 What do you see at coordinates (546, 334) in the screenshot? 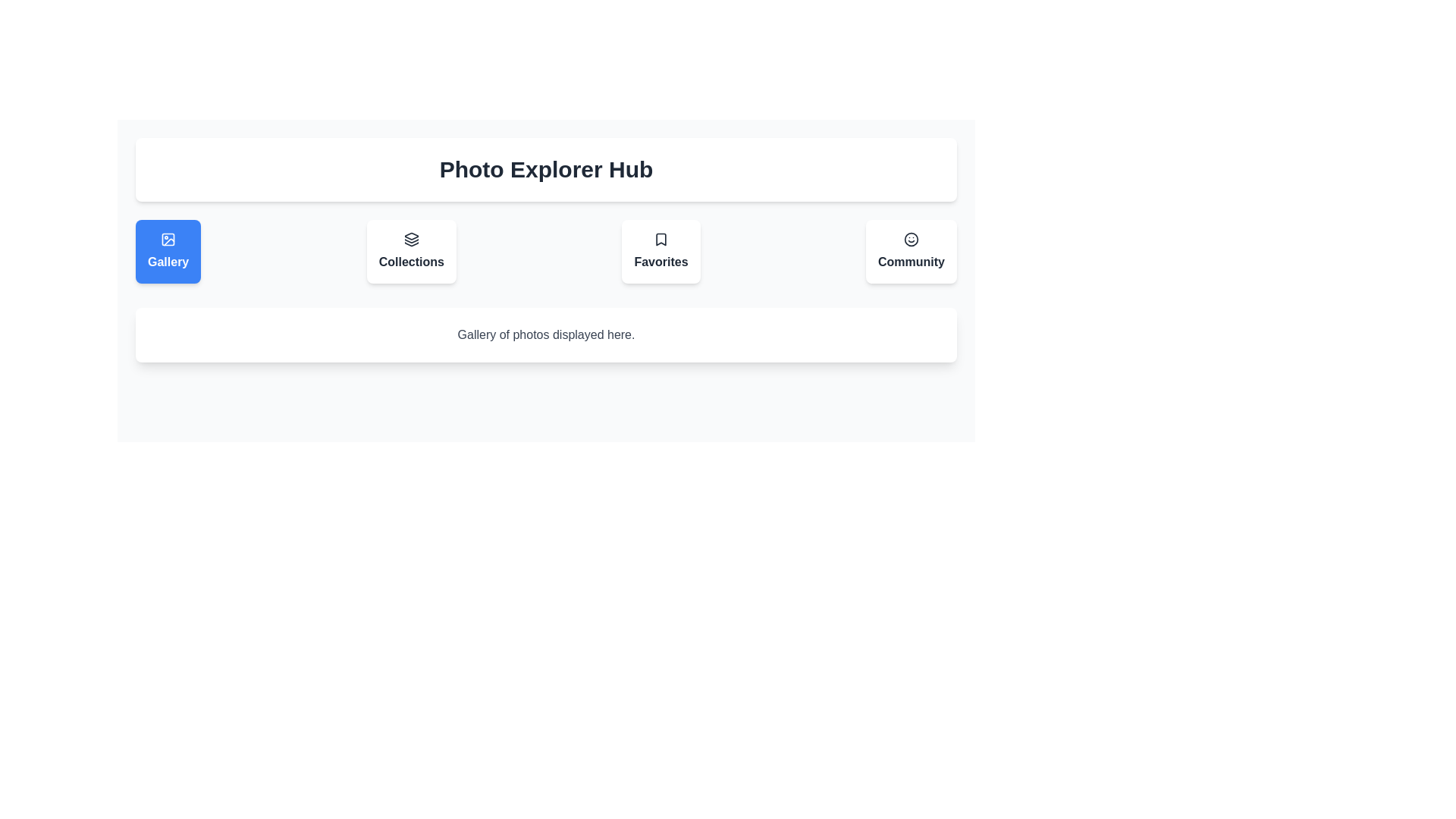
I see `text that says 'Gallery of photos displayed here.' which is styled in gray color and located slightly below the center of the visible interface` at bounding box center [546, 334].